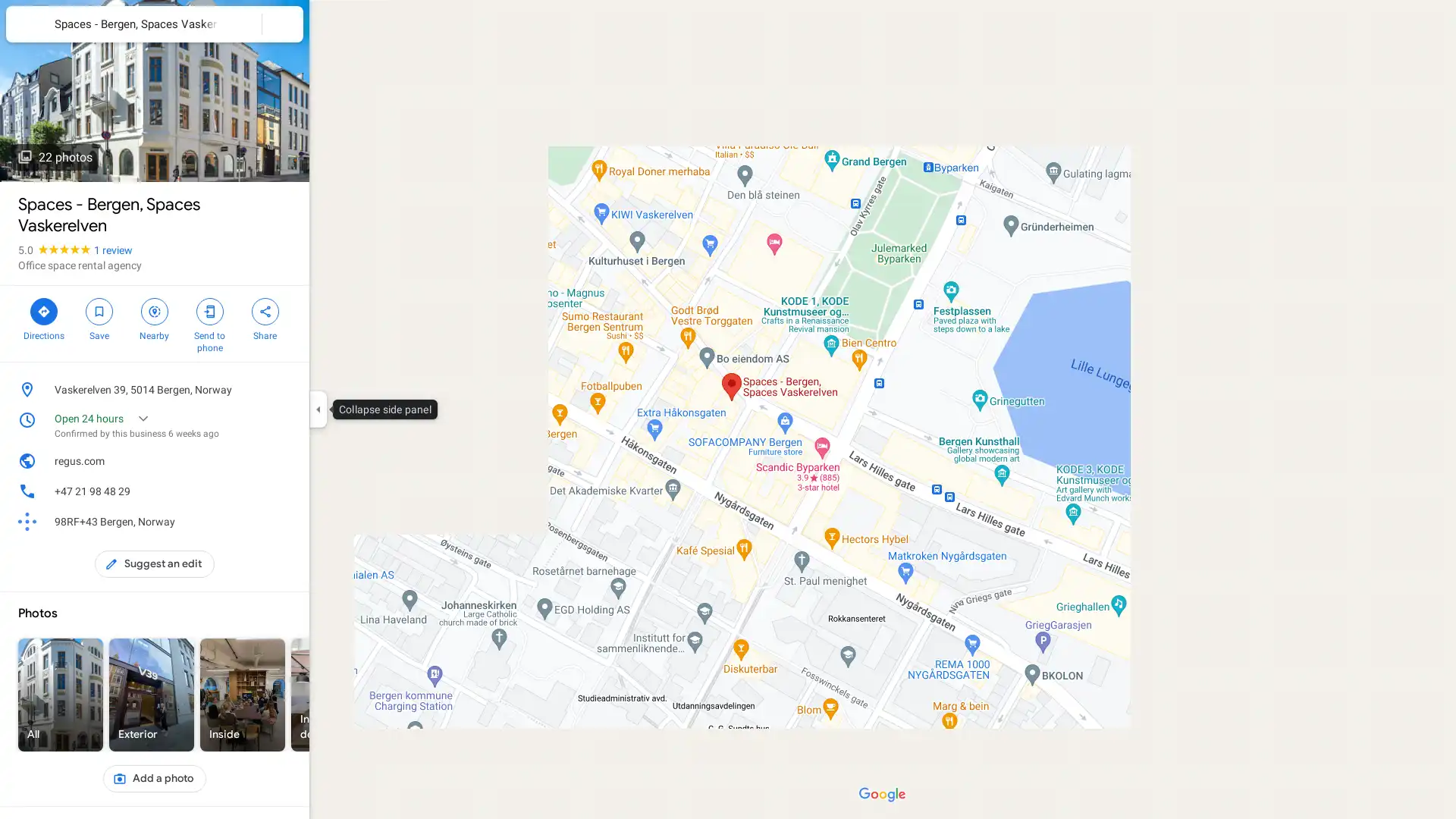 The width and height of the screenshot is (1456, 819). I want to click on Street View & 360, so click(516, 695).